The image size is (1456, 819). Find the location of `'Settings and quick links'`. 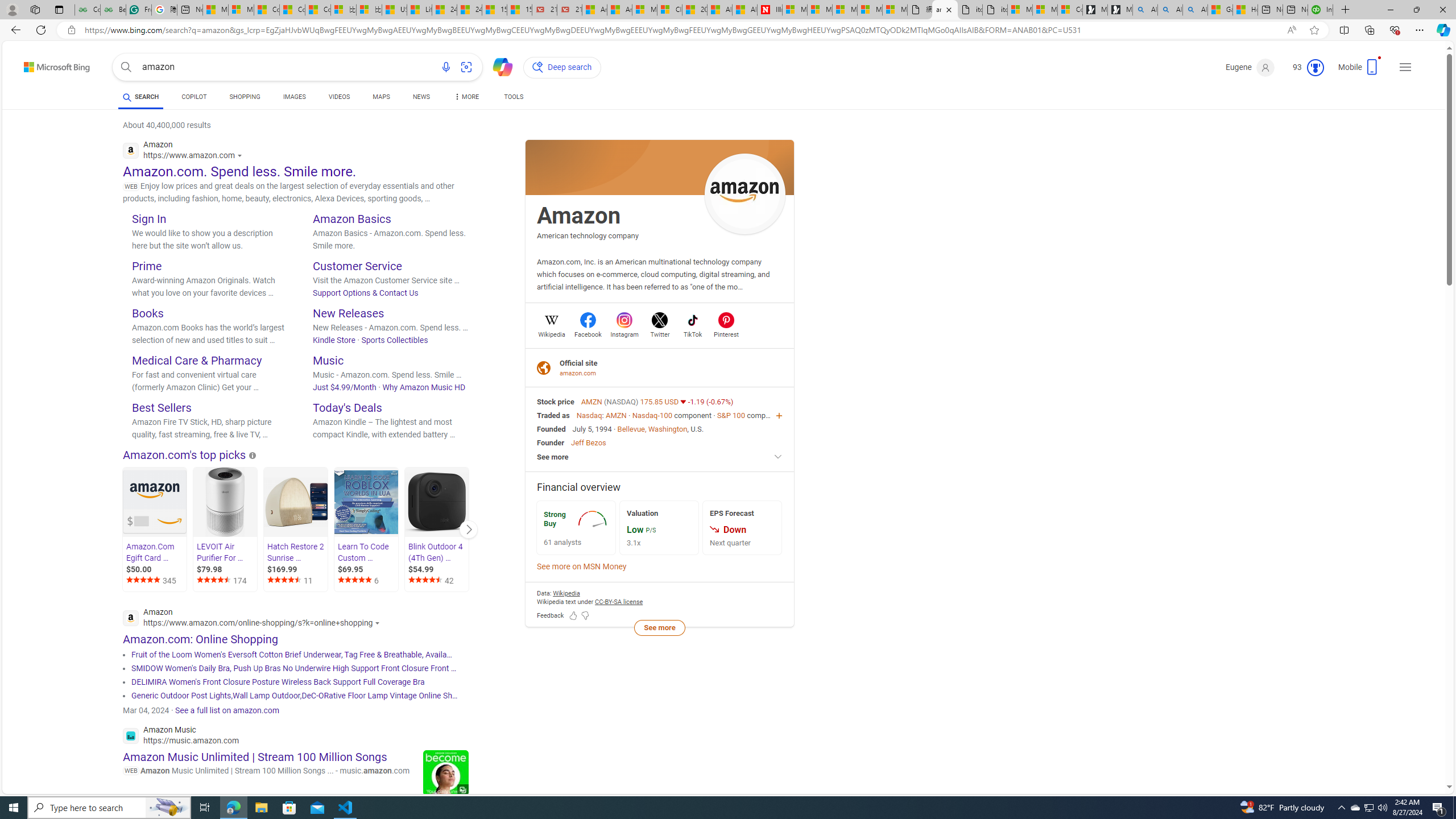

'Settings and quick links' is located at coordinates (1405, 67).